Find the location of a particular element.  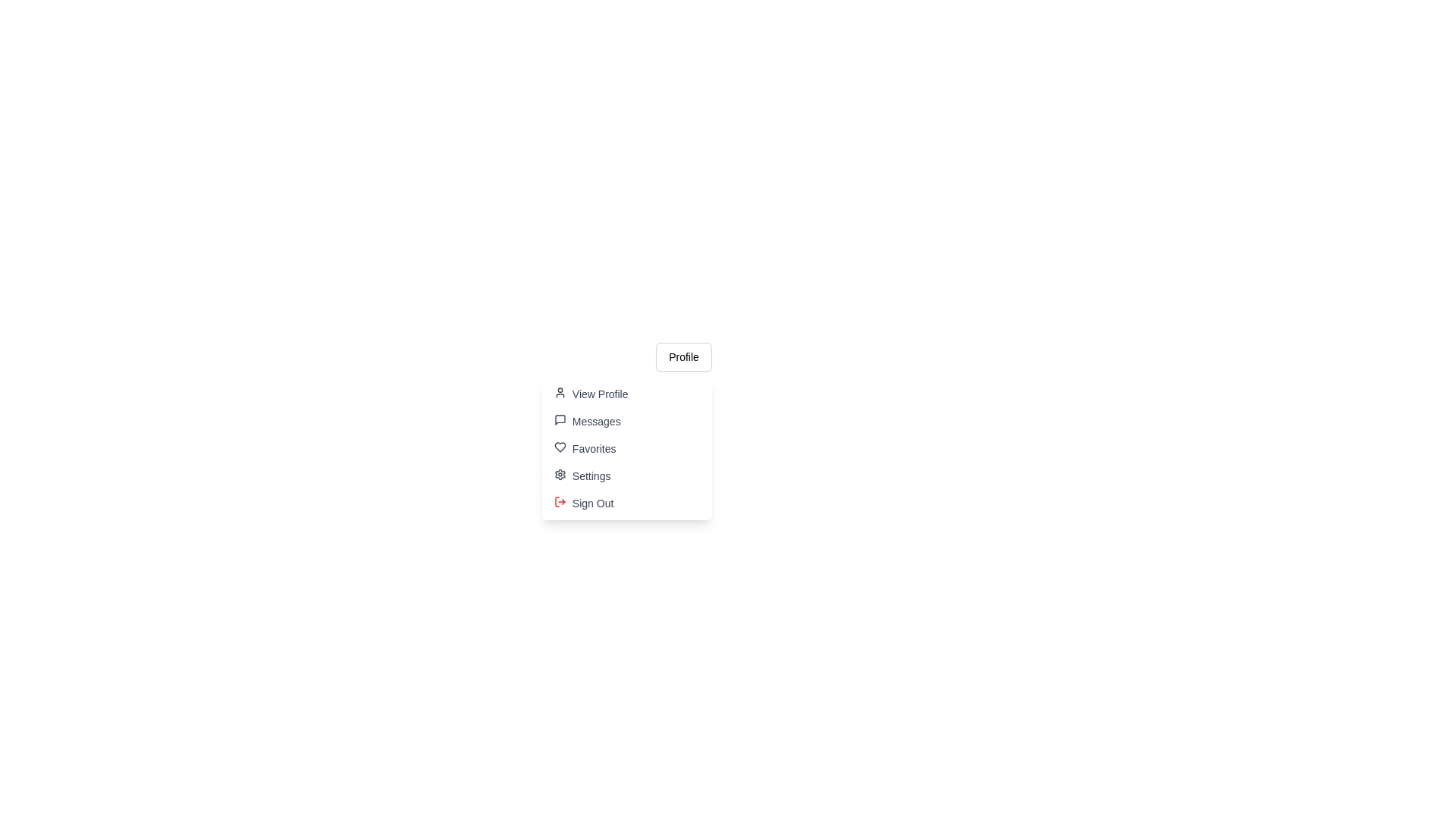

the 'View Profile' menu item, which is the first entry in the vertical menu and includes a user icon is located at coordinates (626, 394).